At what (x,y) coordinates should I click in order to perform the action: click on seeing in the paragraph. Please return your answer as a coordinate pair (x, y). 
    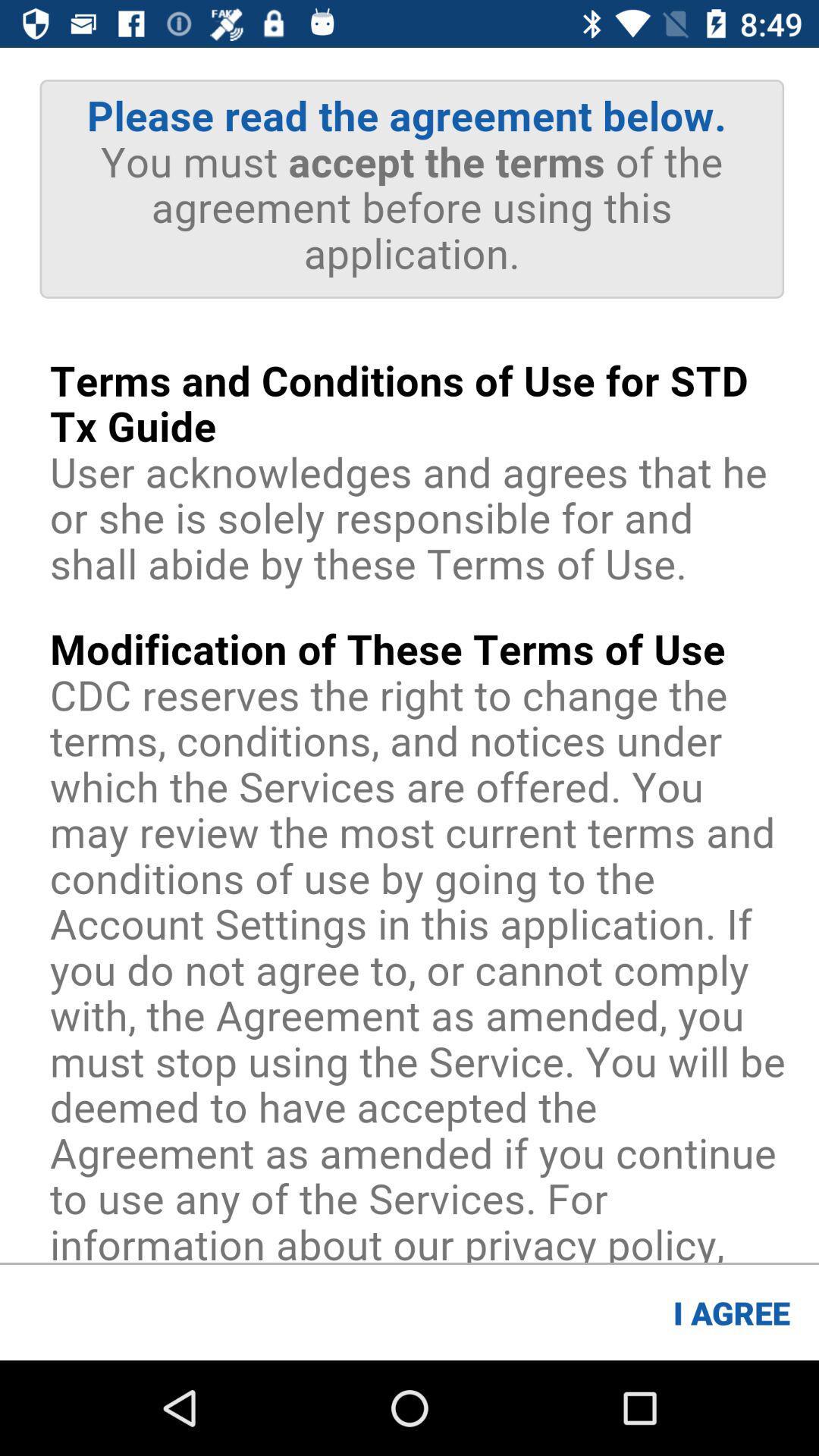
    Looking at the image, I should click on (409, 655).